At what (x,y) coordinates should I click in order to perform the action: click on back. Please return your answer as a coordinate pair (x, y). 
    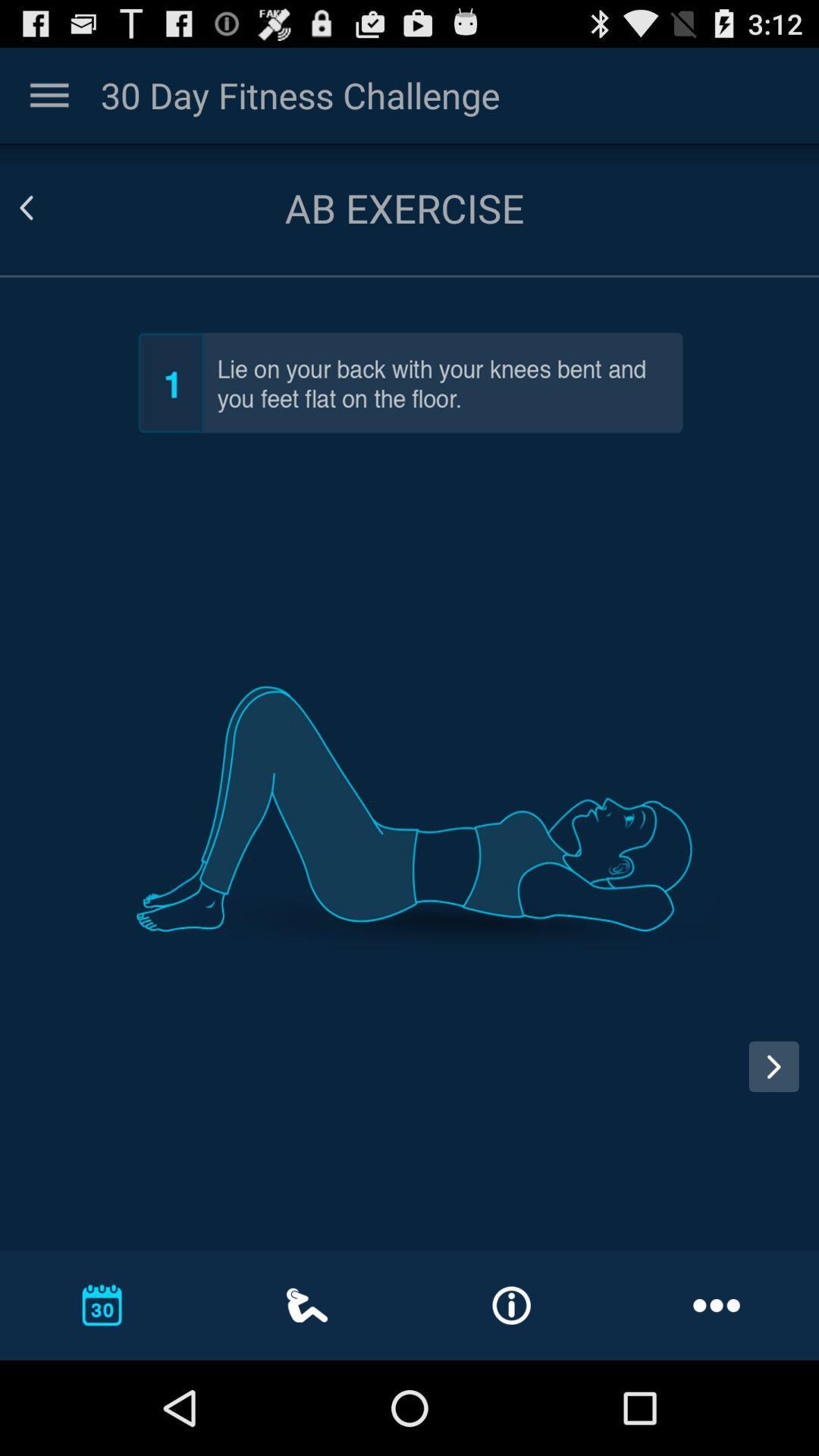
    Looking at the image, I should click on (44, 207).